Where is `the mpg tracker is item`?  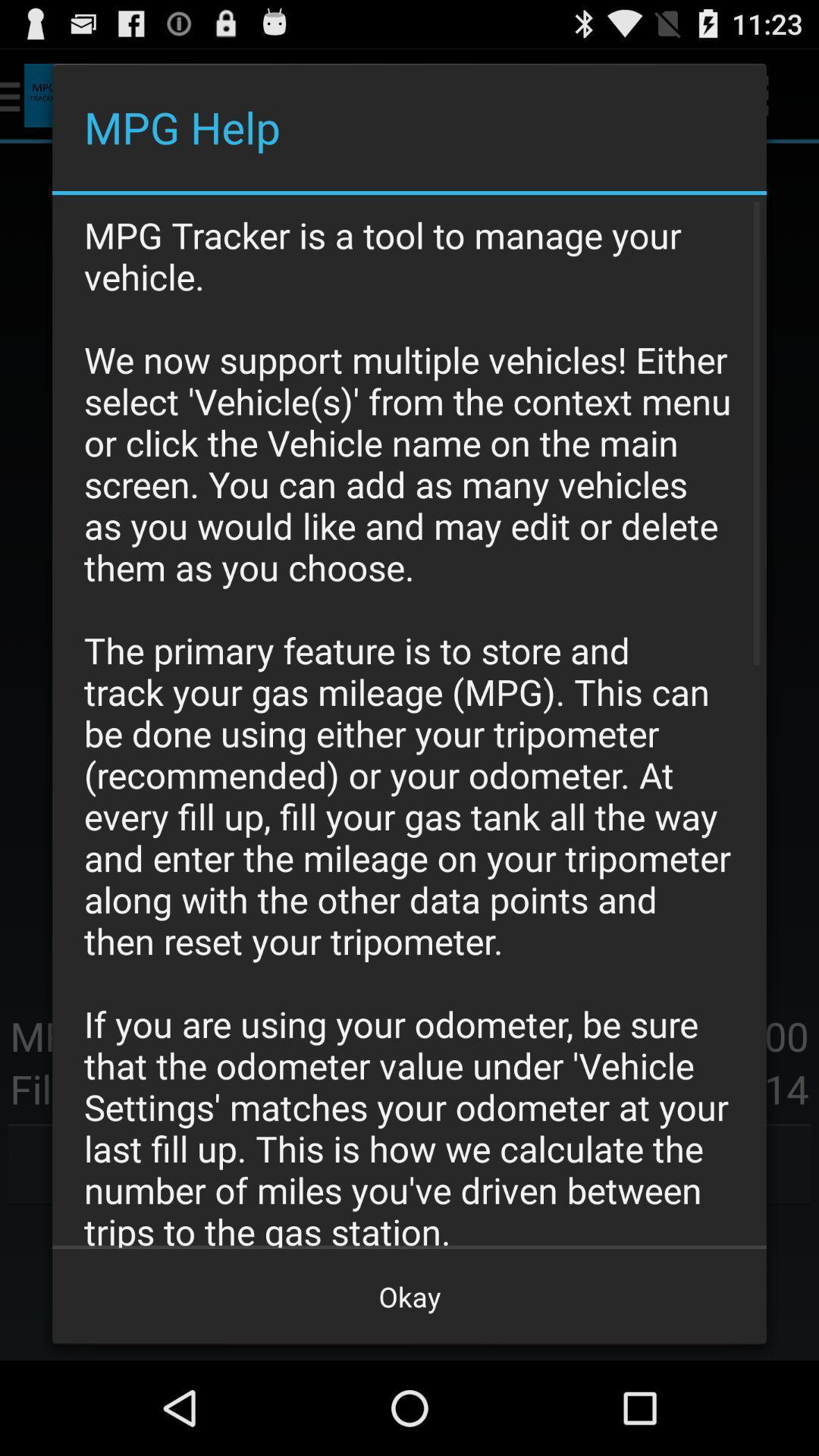
the mpg tracker is item is located at coordinates (409, 720).